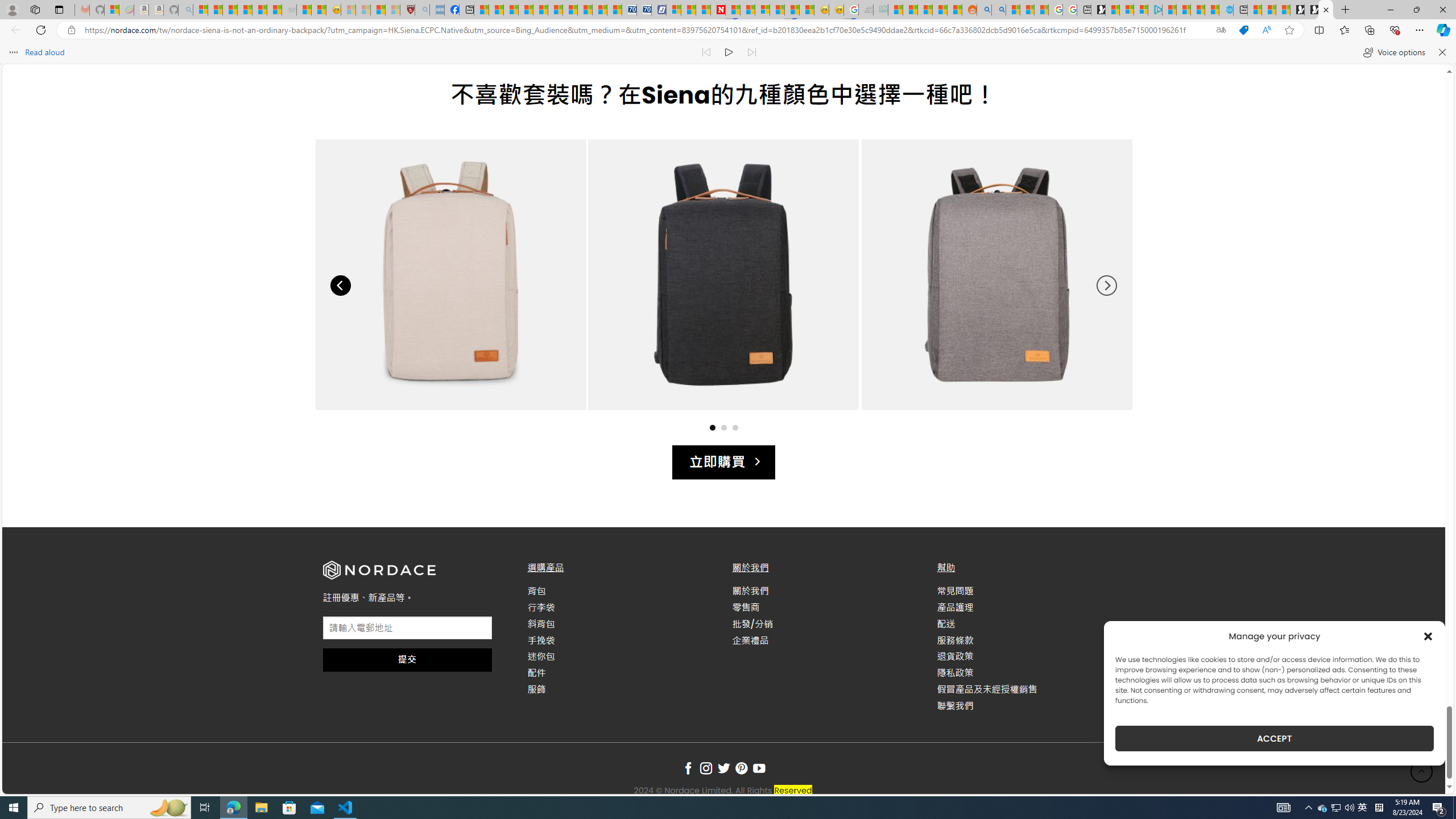 The height and width of the screenshot is (819, 1456). Describe the element at coordinates (58, 9) in the screenshot. I see `'Tab actions menu'` at that location.